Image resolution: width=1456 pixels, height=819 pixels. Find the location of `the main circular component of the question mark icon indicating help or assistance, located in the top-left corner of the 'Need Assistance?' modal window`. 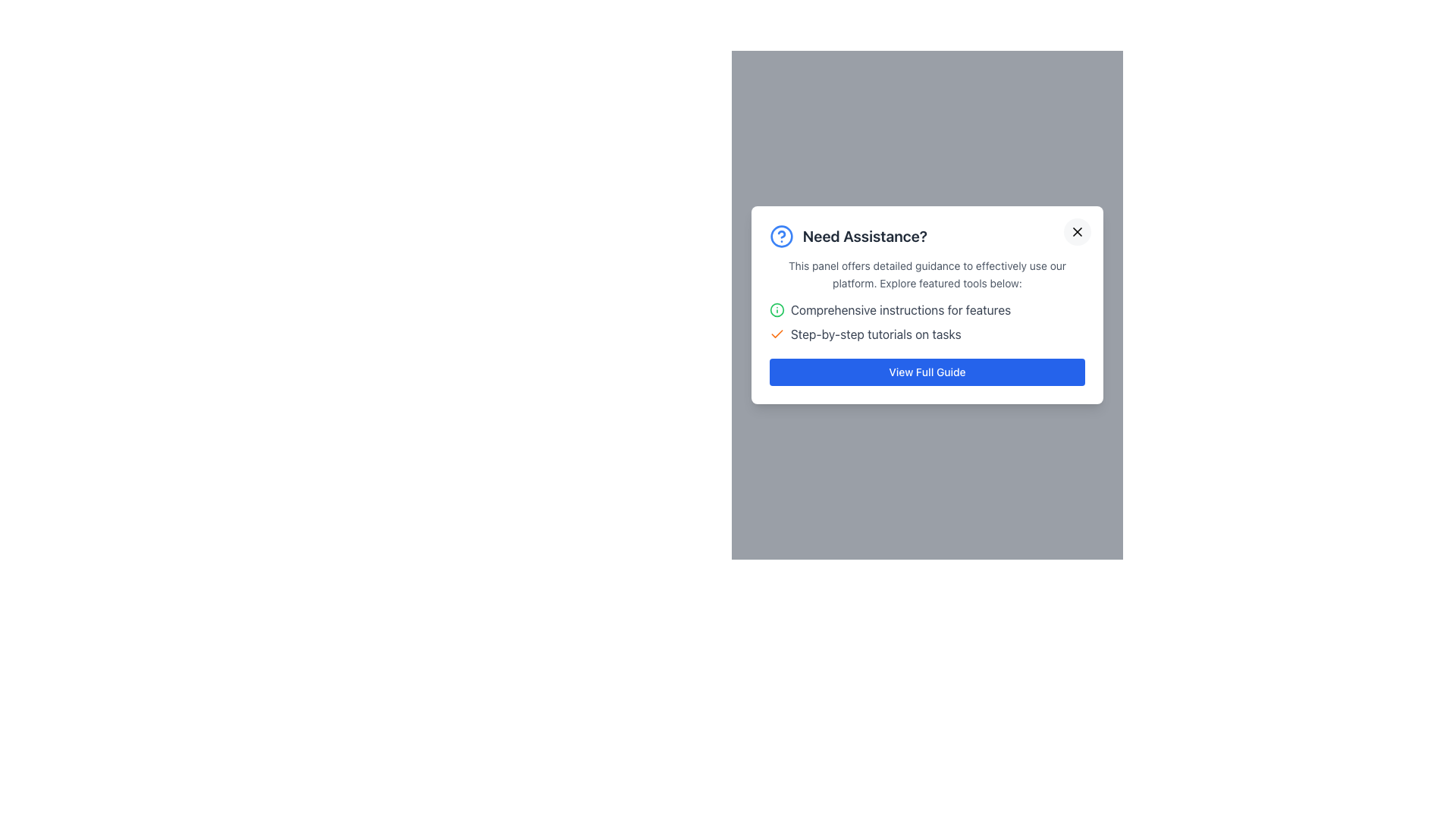

the main circular component of the question mark icon indicating help or assistance, located in the top-left corner of the 'Need Assistance?' modal window is located at coordinates (781, 236).